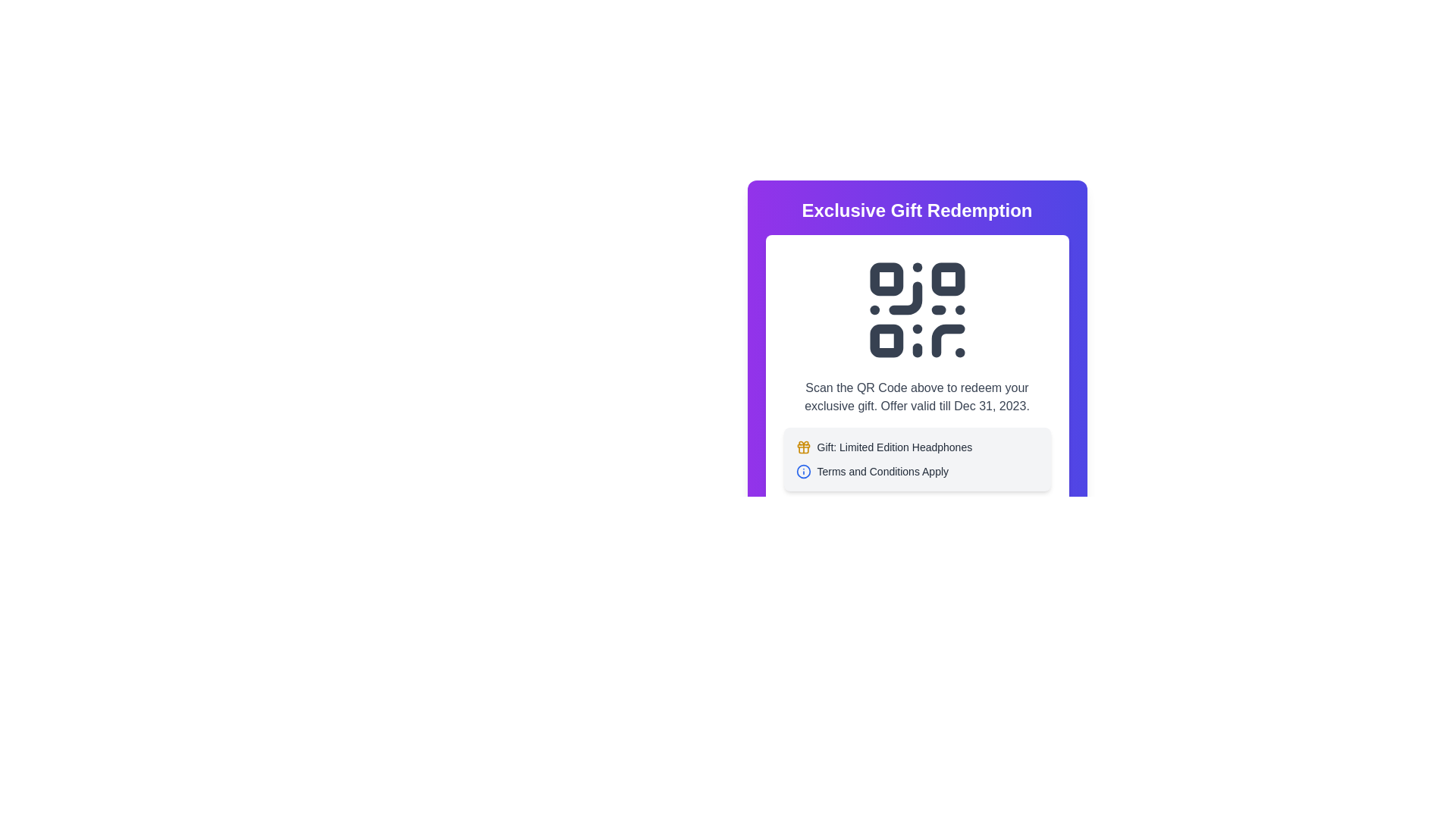  I want to click on informative text label with the blue circular icon containing an 'i' and the text 'Terms and Conditions Apply', which is located below the 'Gift: Limited Edition Headphones' section, so click(916, 470).